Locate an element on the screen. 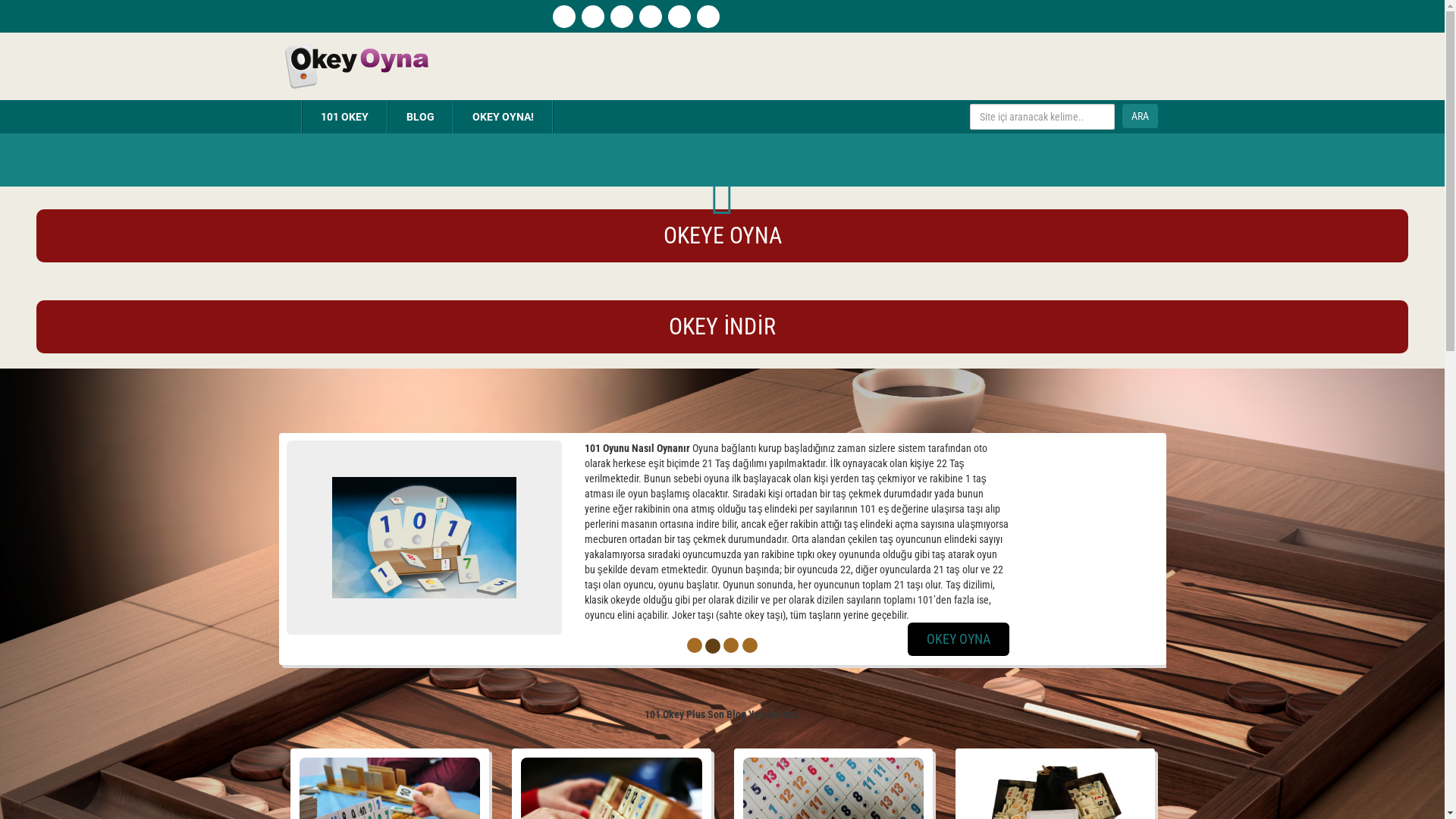  'Twitter'de Biz' is located at coordinates (638, 17).